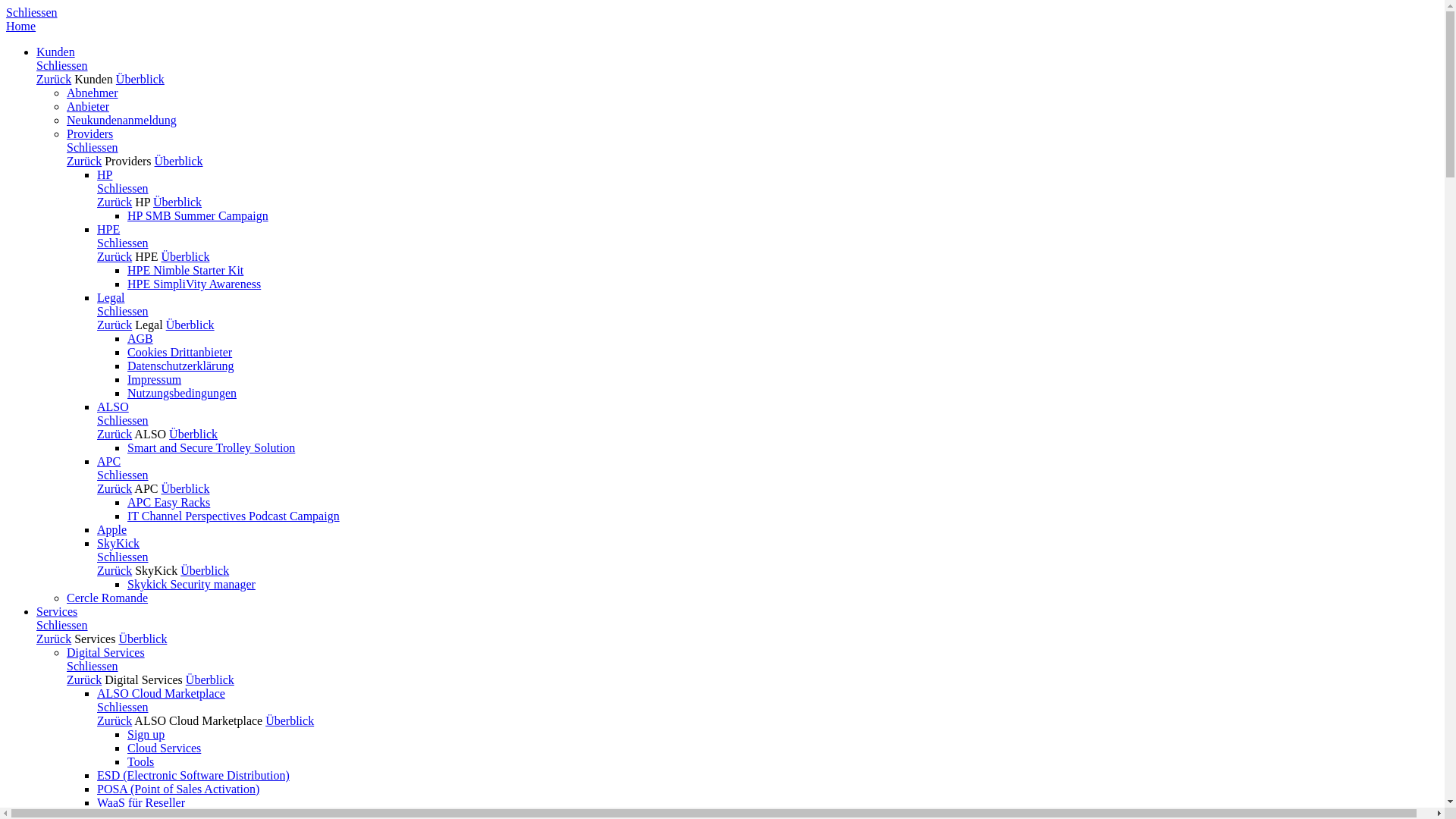 Image resolution: width=1456 pixels, height=819 pixels. Describe the element at coordinates (232, 515) in the screenshot. I see `'IT Channel Perspectives Podcast Campaign'` at that location.